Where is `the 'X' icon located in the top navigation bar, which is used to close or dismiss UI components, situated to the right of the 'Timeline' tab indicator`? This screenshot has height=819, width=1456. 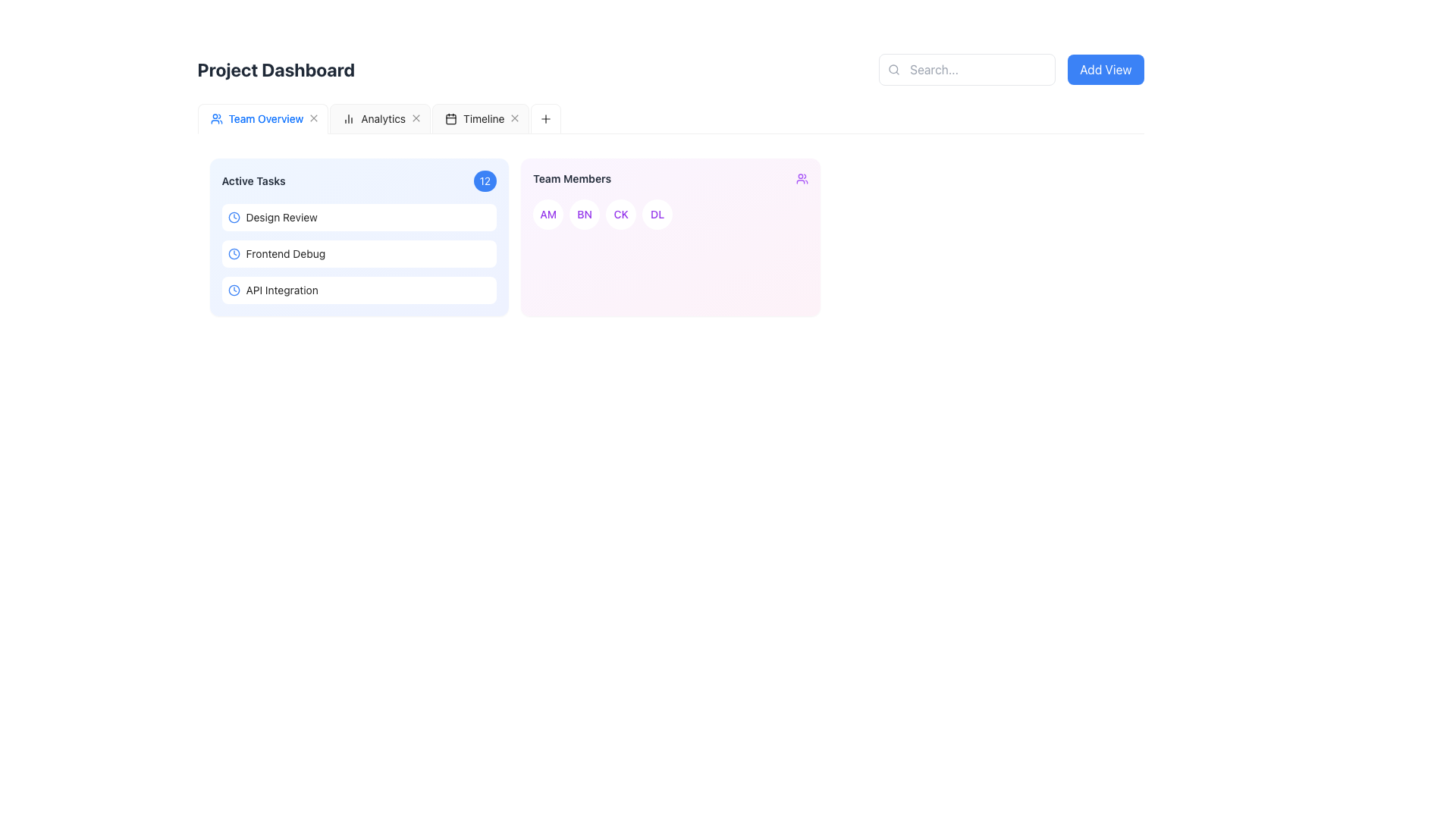 the 'X' icon located in the top navigation bar, which is used to close or dismiss UI components, situated to the right of the 'Timeline' tab indicator is located at coordinates (515, 118).